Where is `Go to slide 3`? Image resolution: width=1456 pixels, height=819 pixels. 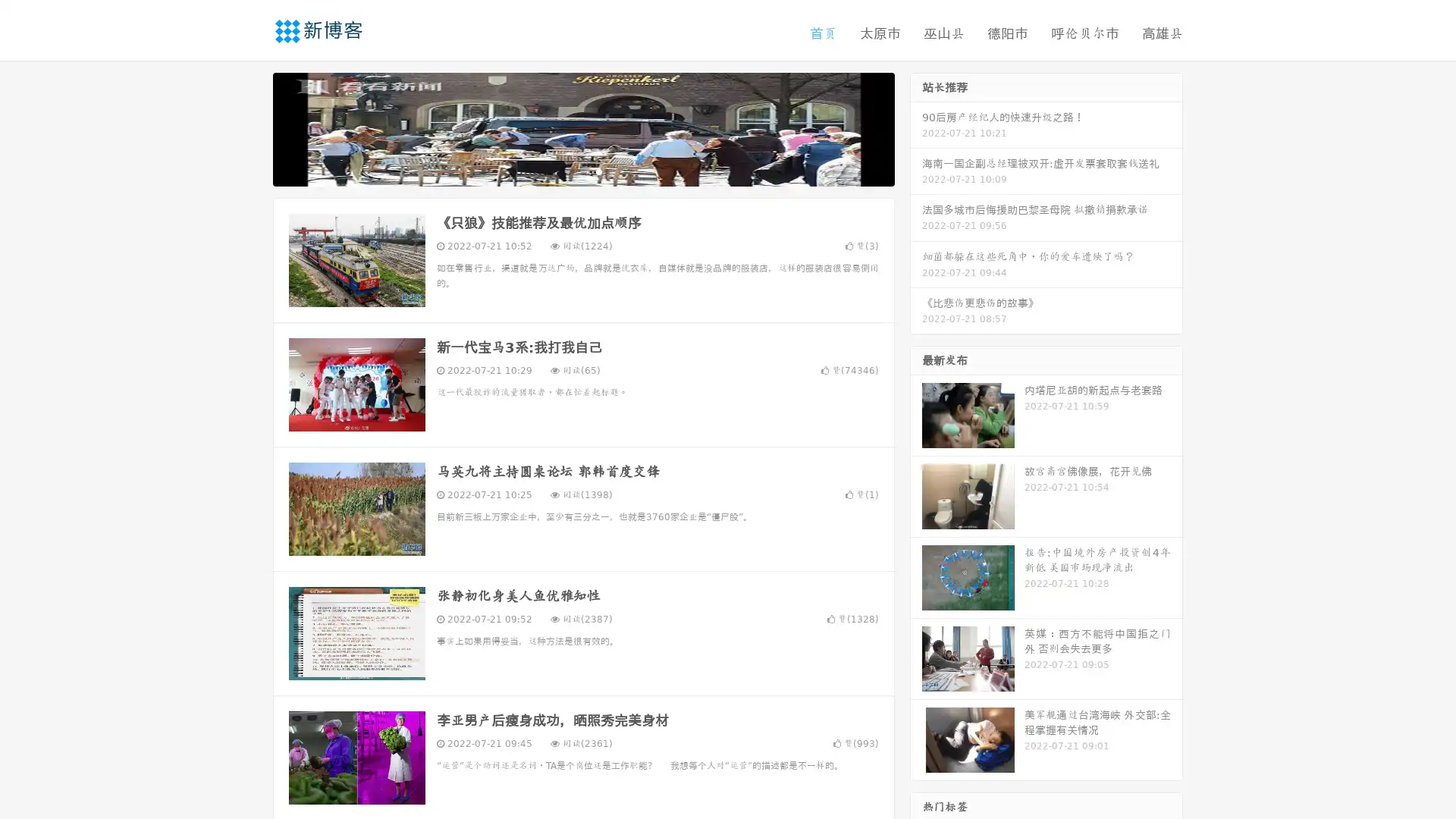
Go to slide 3 is located at coordinates (598, 171).